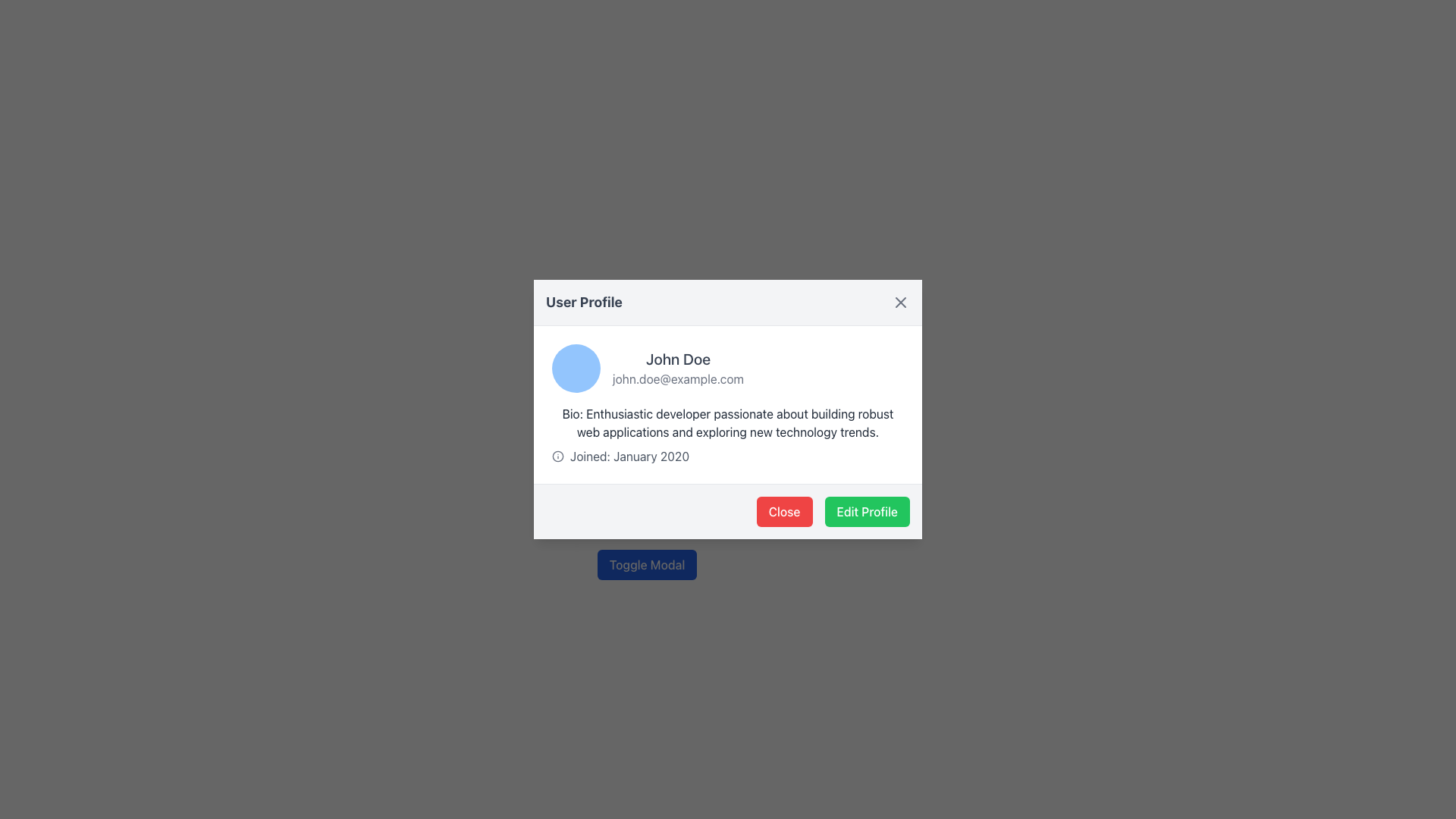 This screenshot has width=1456, height=819. What do you see at coordinates (557, 455) in the screenshot?
I see `the small circular information icon with a light gray outline and a centered letter 'i'` at bounding box center [557, 455].